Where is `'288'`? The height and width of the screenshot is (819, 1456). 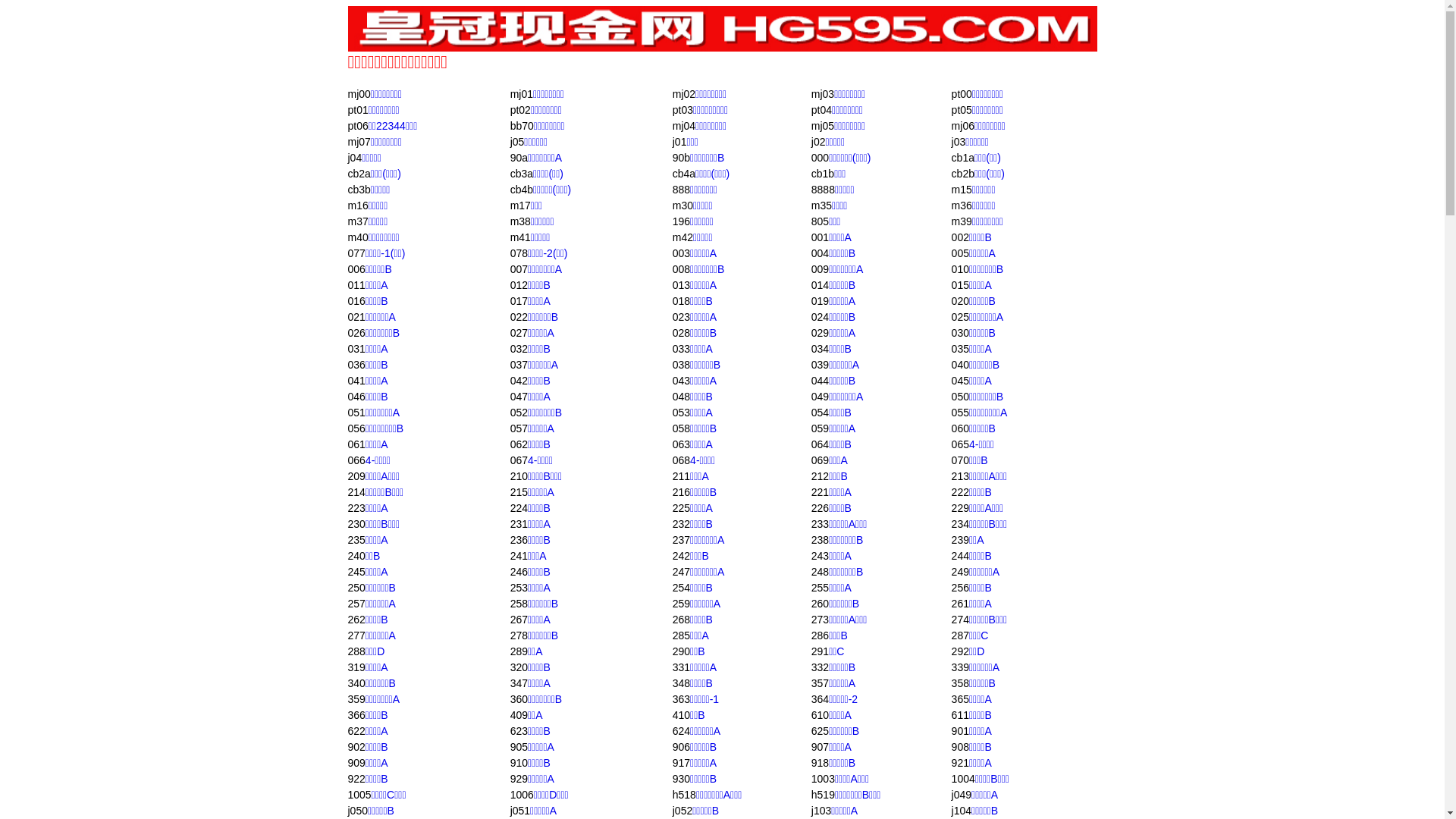
'288' is located at coordinates (355, 651).